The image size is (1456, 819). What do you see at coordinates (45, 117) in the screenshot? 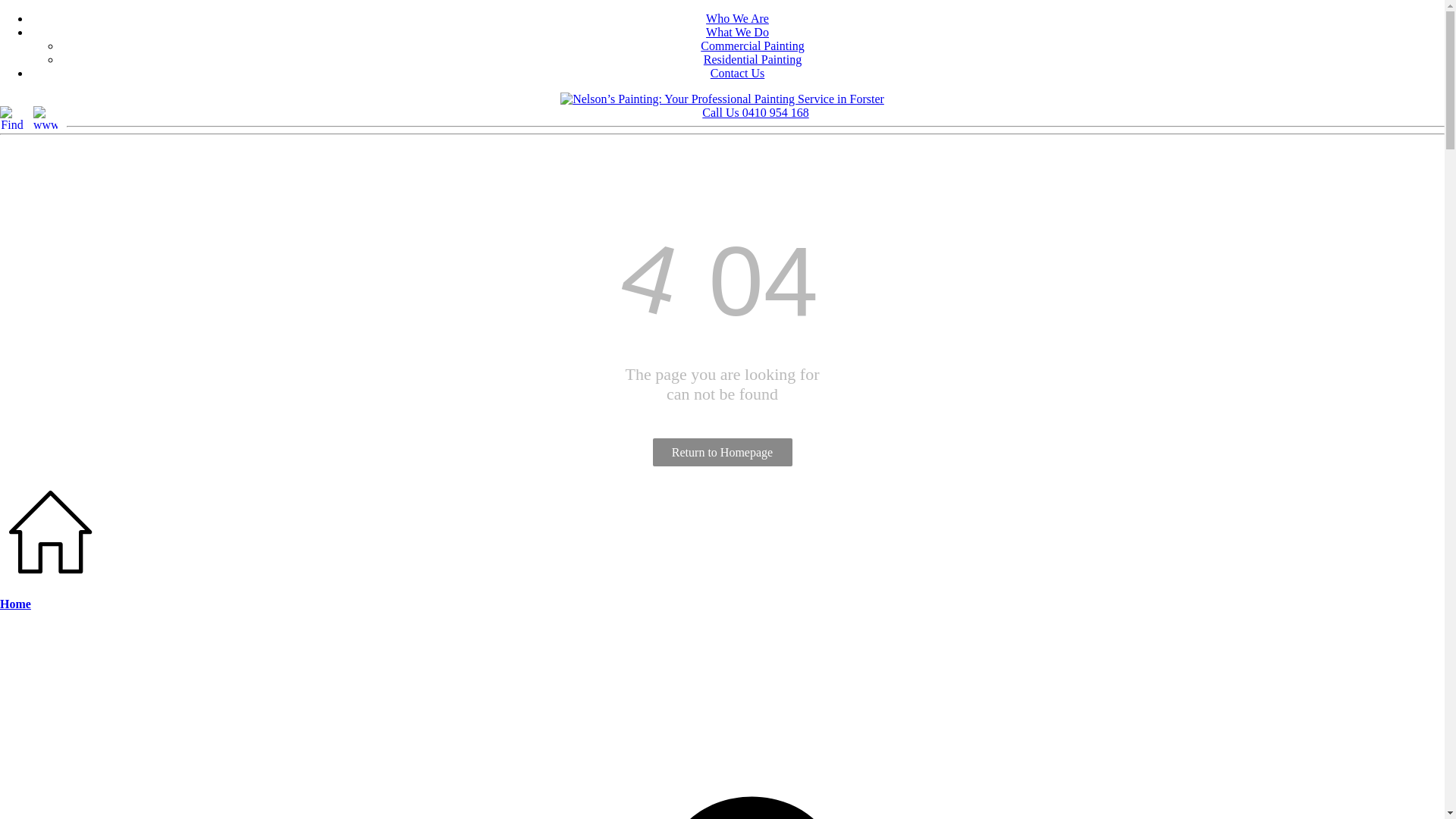
I see `'www.localsearch.com.au'` at bounding box center [45, 117].